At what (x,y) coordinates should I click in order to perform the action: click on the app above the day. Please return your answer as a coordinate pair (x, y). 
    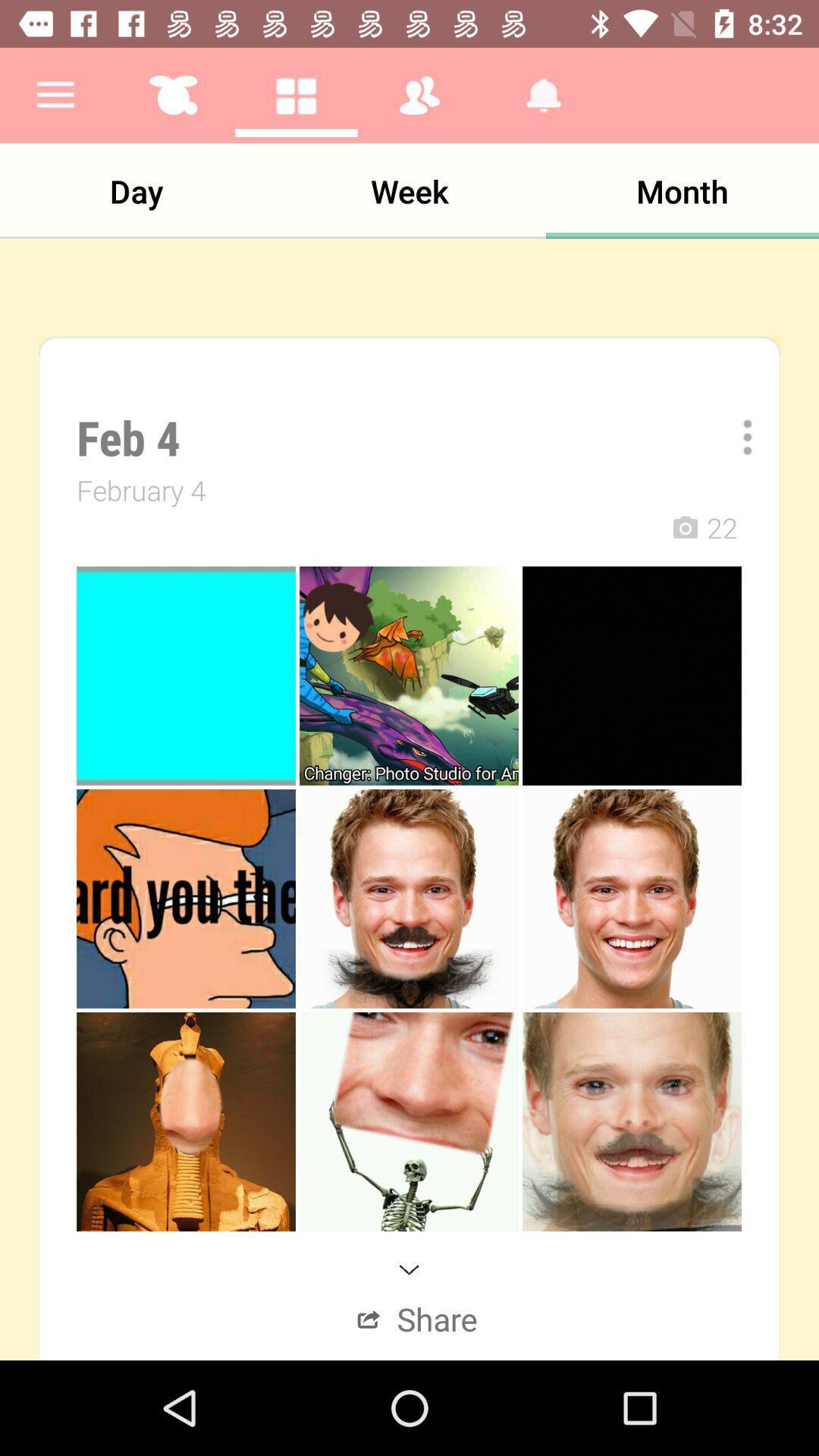
    Looking at the image, I should click on (55, 94).